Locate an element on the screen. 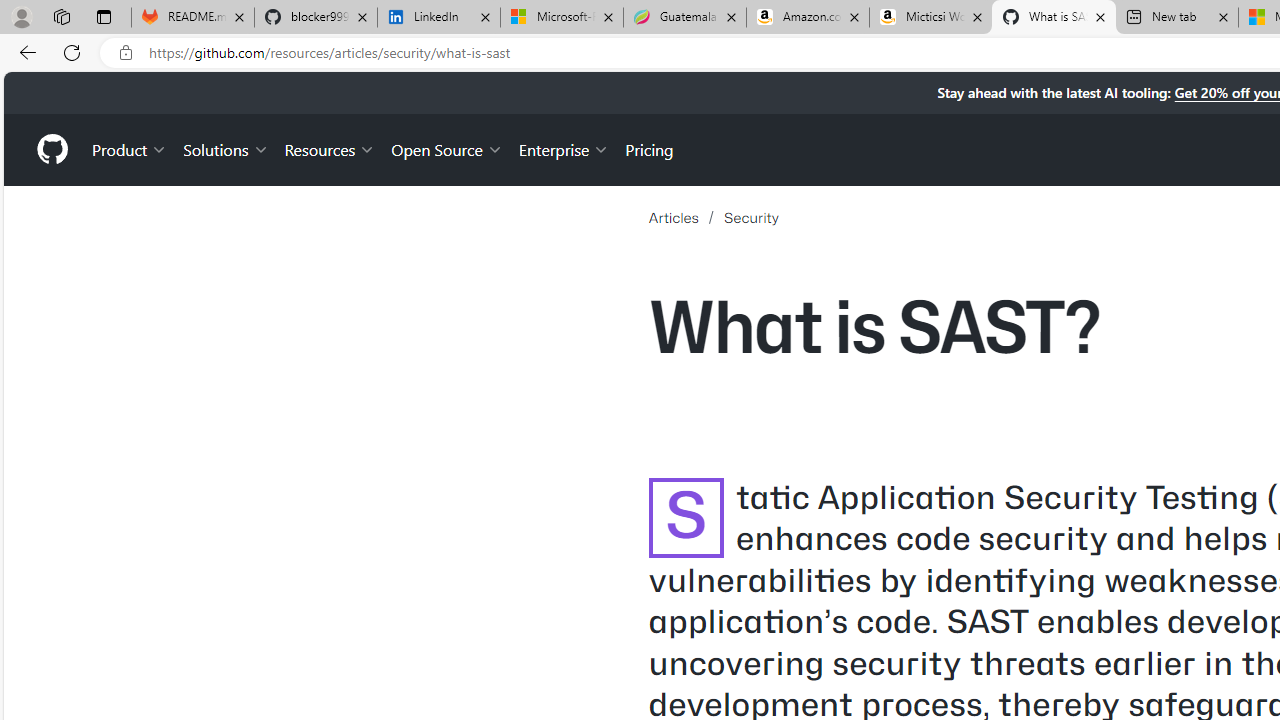 This screenshot has width=1280, height=720. 'Open Source' is located at coordinates (445, 148).